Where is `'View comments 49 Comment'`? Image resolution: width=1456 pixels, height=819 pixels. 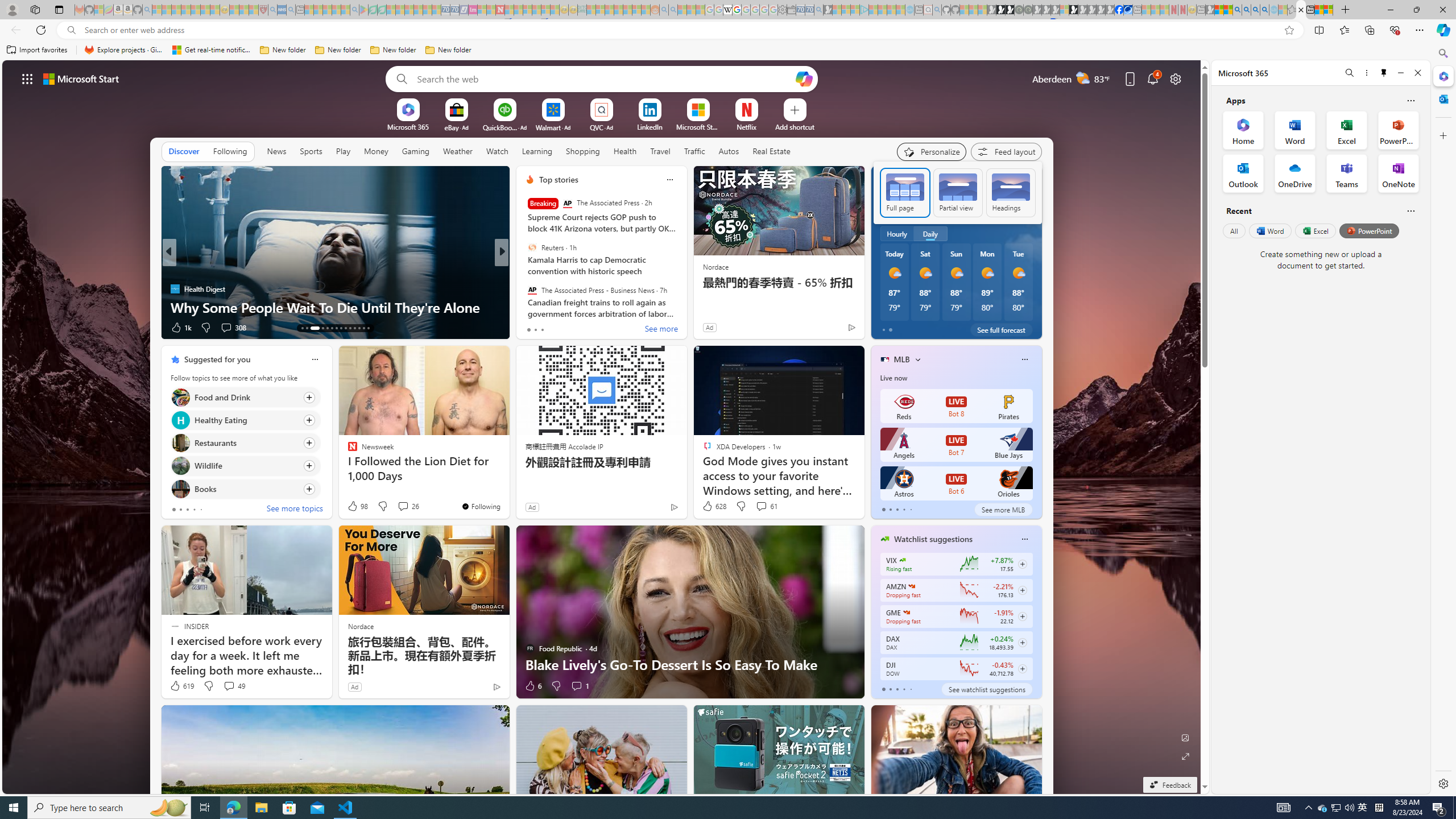
'View comments 49 Comment' is located at coordinates (233, 686).